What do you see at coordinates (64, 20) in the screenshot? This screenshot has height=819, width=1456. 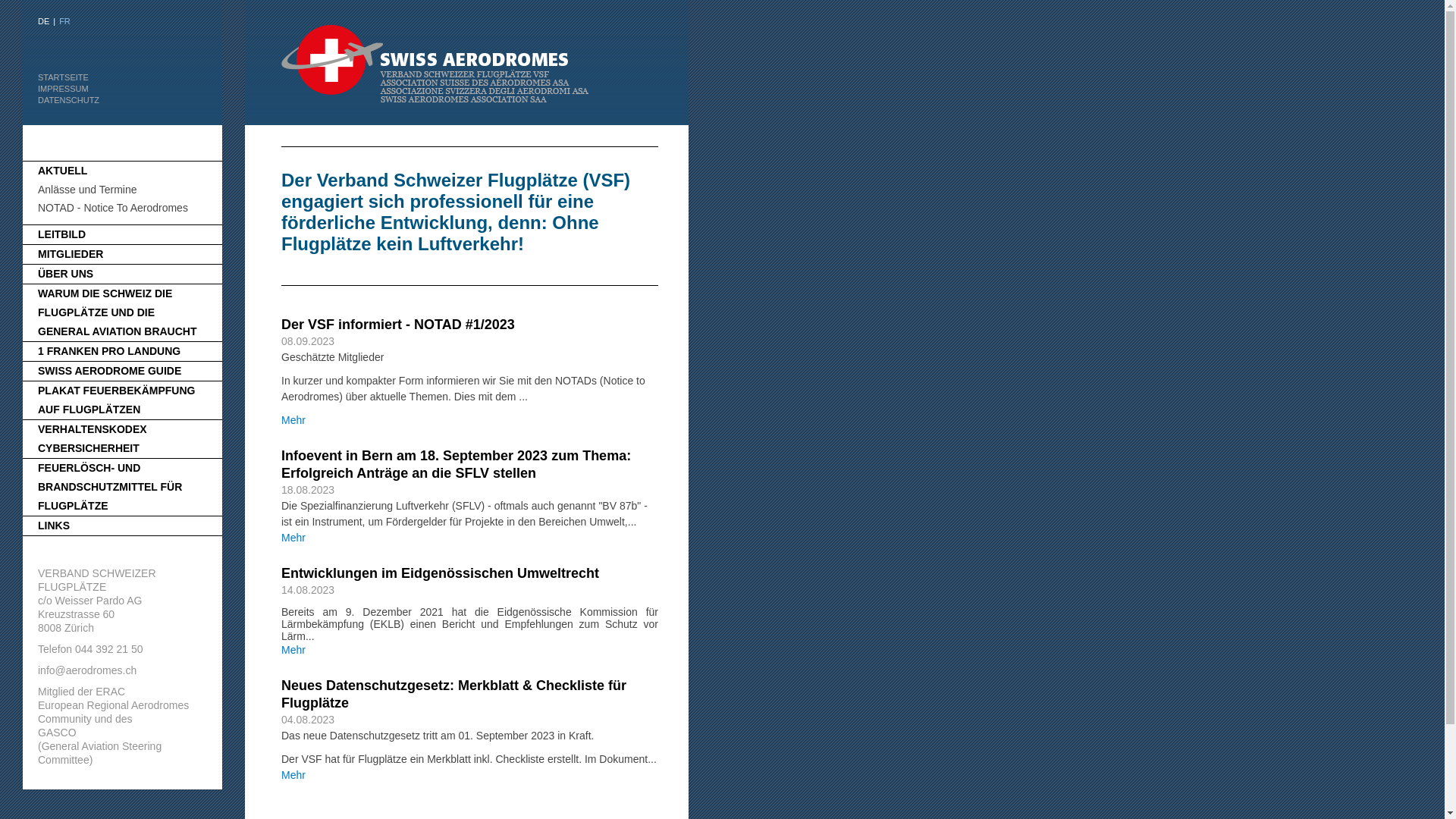 I see `'FR'` at bounding box center [64, 20].